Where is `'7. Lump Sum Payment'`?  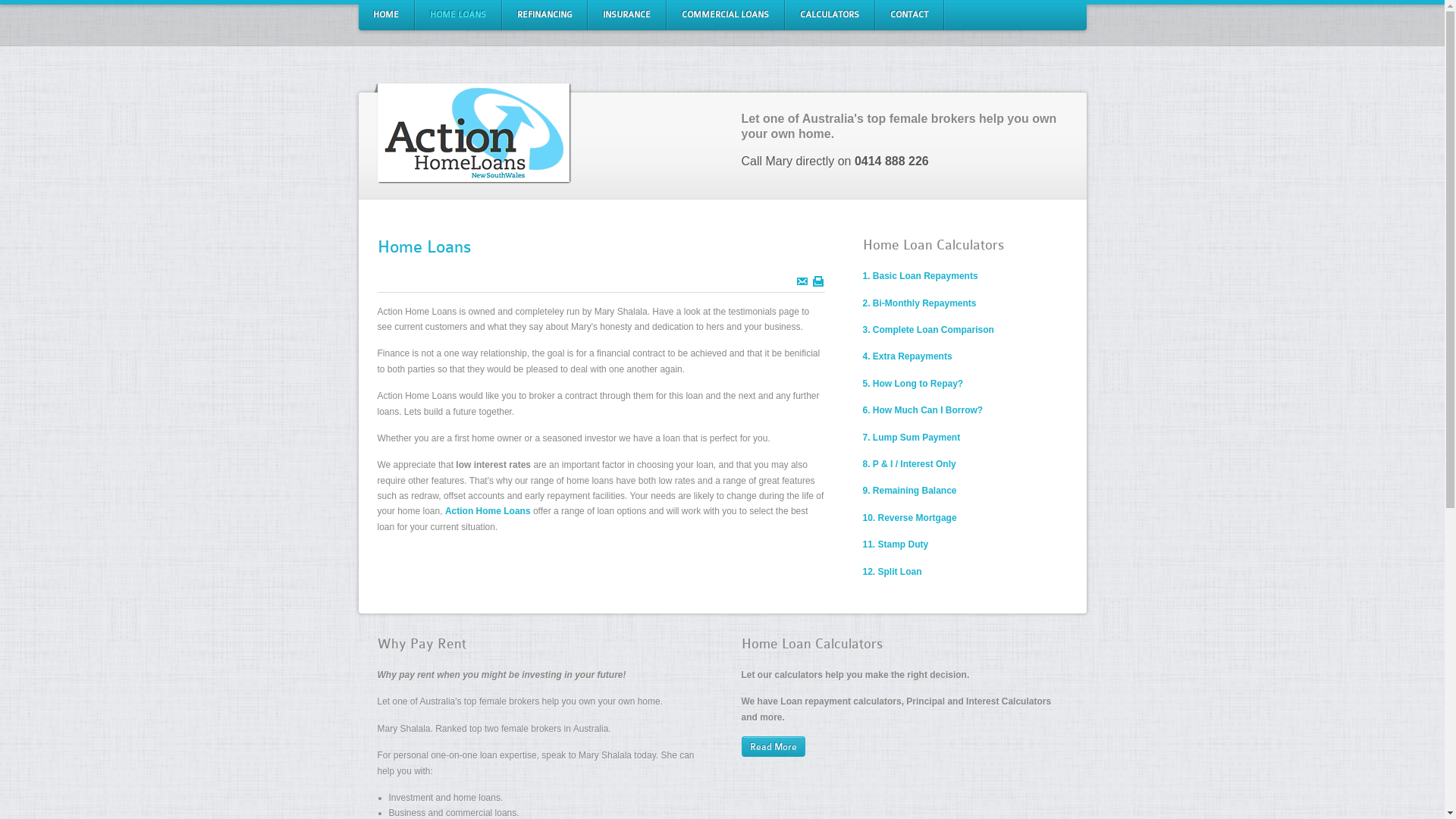
'7. Lump Sum Payment' is located at coordinates (862, 438).